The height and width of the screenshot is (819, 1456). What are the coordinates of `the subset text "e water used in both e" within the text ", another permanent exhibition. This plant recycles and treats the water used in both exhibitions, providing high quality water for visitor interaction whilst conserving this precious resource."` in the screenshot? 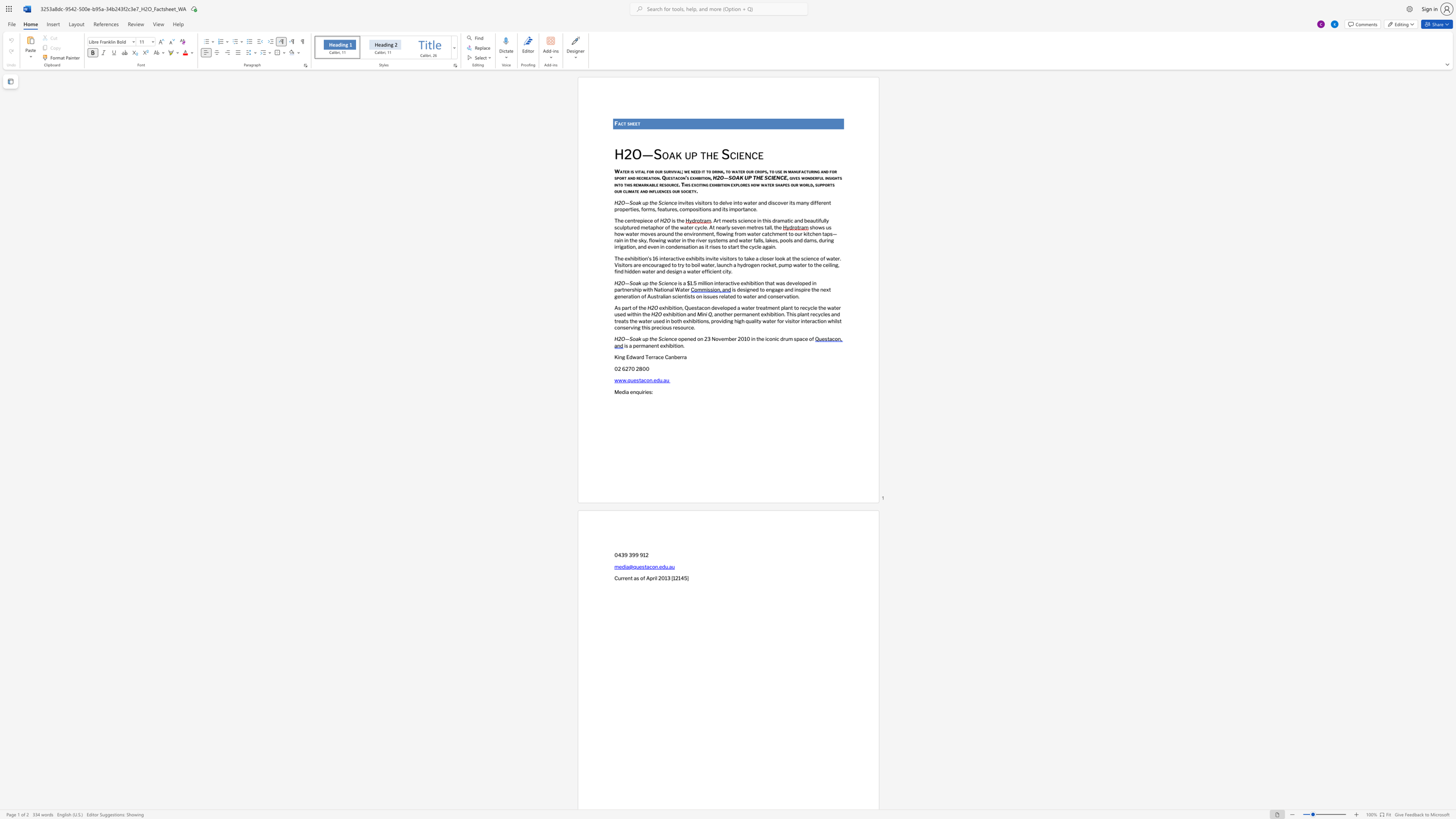 It's located at (634, 320).